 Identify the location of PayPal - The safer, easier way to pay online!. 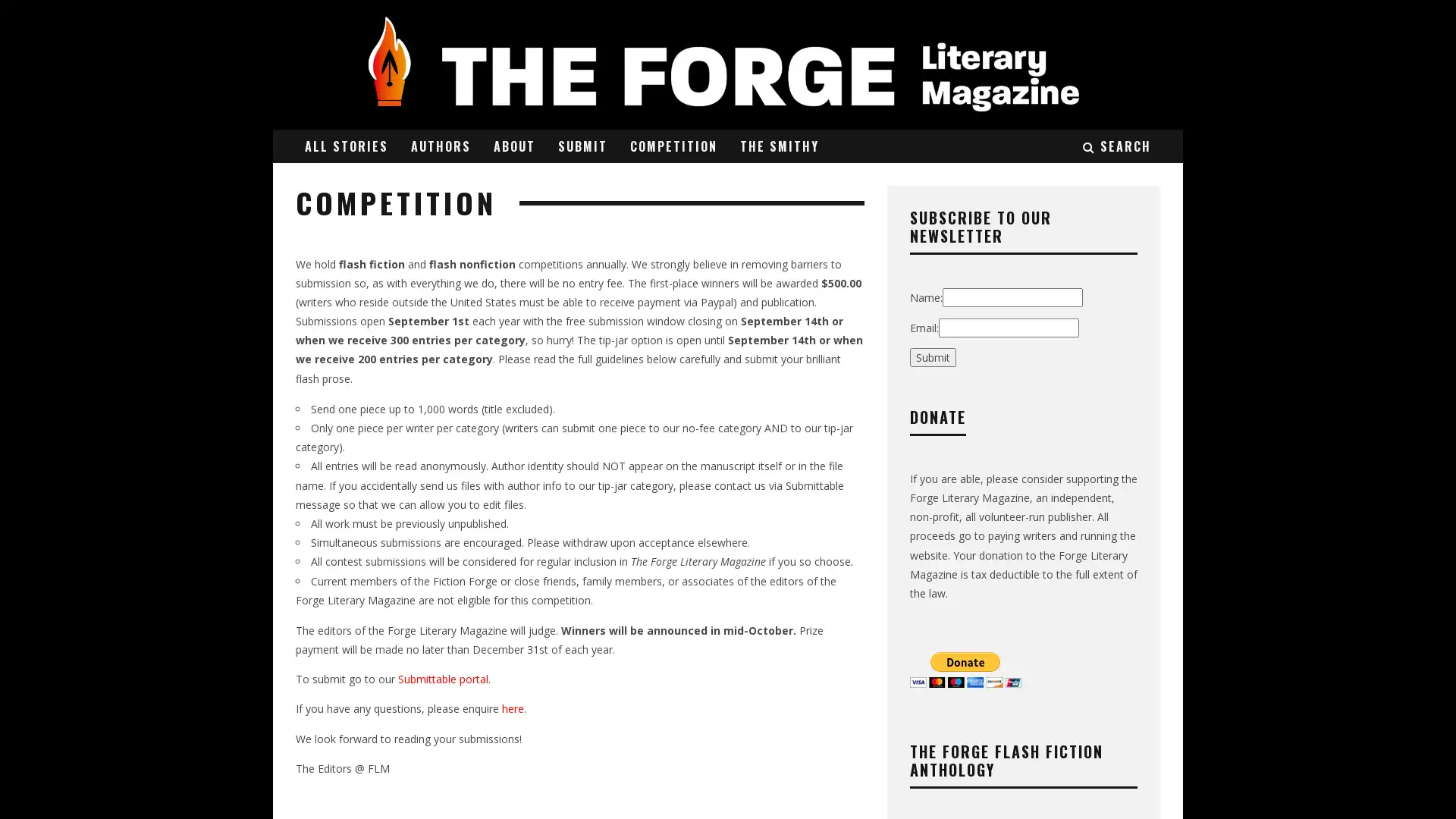
(965, 668).